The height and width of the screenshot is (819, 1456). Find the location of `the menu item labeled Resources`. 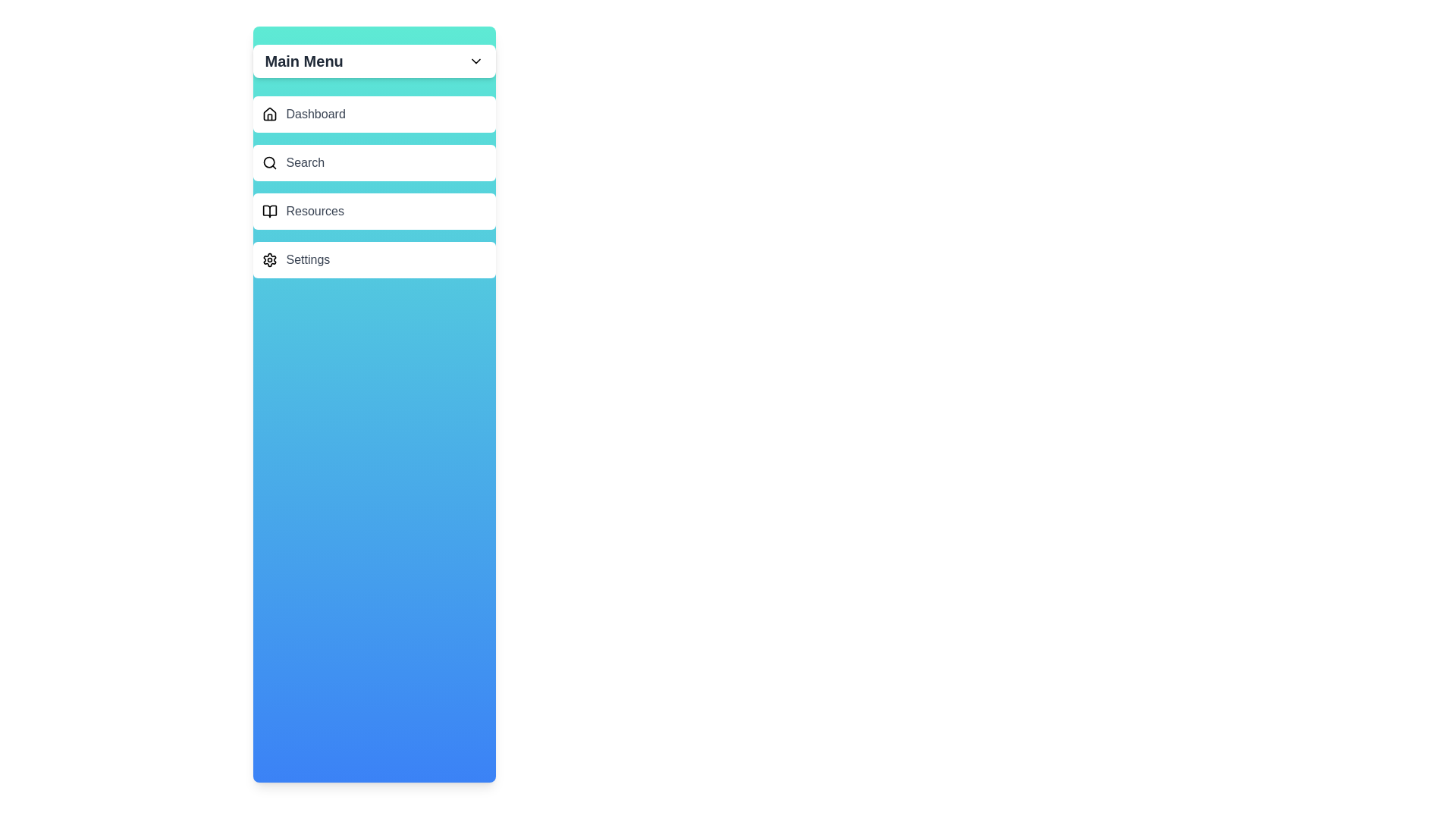

the menu item labeled Resources is located at coordinates (374, 211).